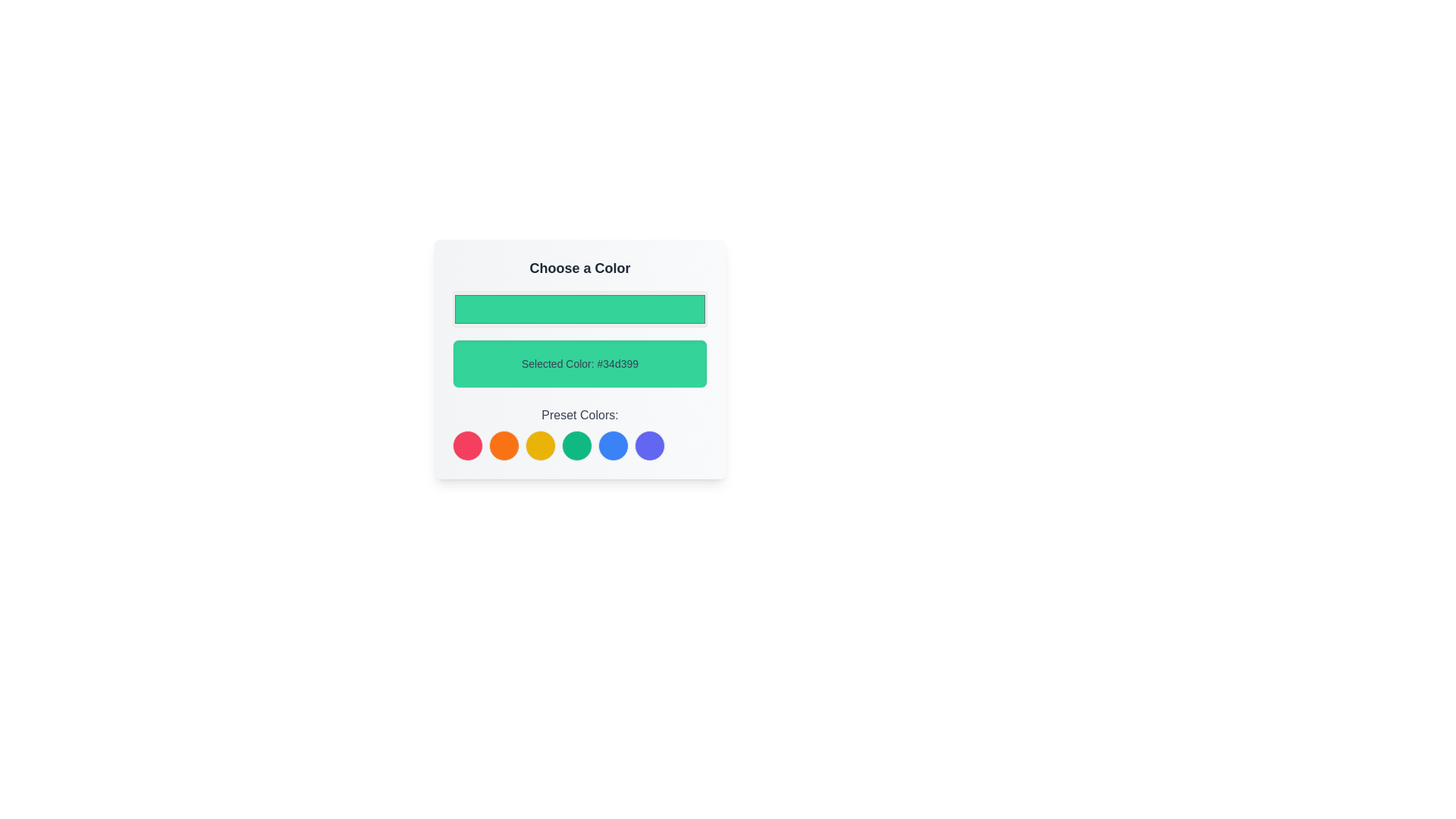 This screenshot has width=1456, height=819. I want to click on the color in the Color Picker located below the 'Preset Colors:' title, so click(579, 444).